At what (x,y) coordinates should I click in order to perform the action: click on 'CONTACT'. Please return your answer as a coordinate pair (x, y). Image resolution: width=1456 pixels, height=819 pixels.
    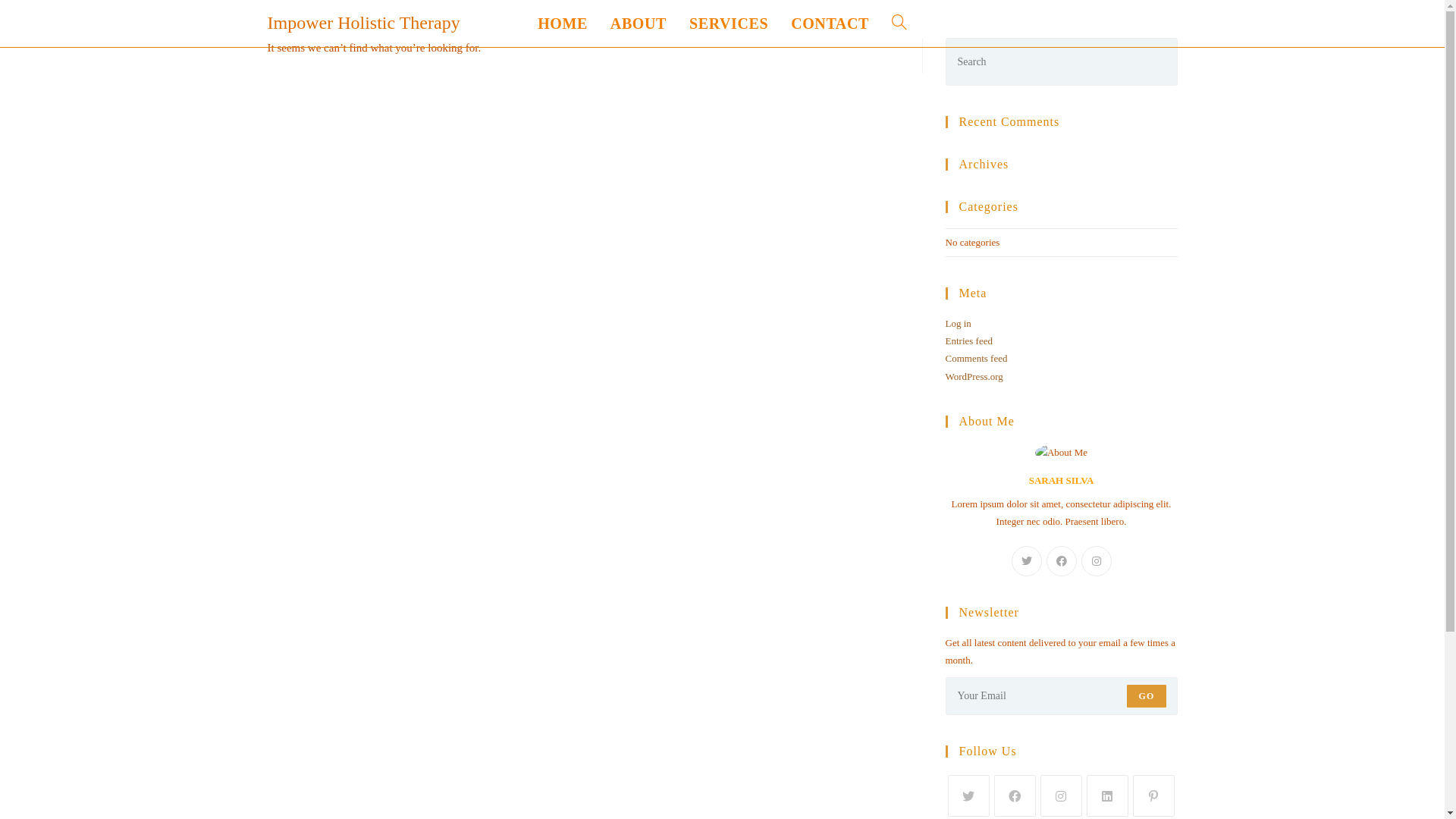
    Looking at the image, I should click on (829, 23).